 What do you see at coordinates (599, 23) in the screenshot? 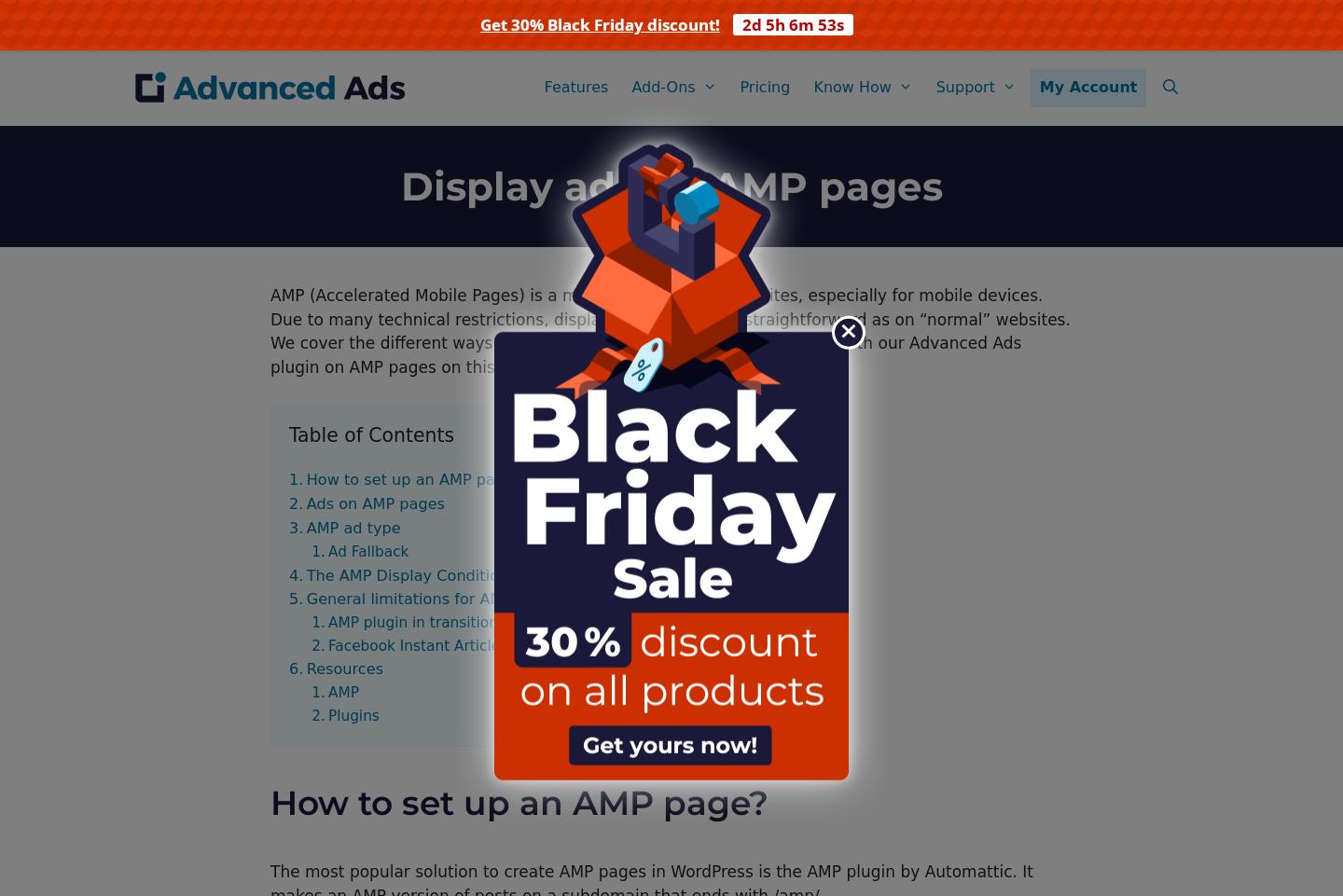
I see `'Get 30% Black Friday discount!'` at bounding box center [599, 23].